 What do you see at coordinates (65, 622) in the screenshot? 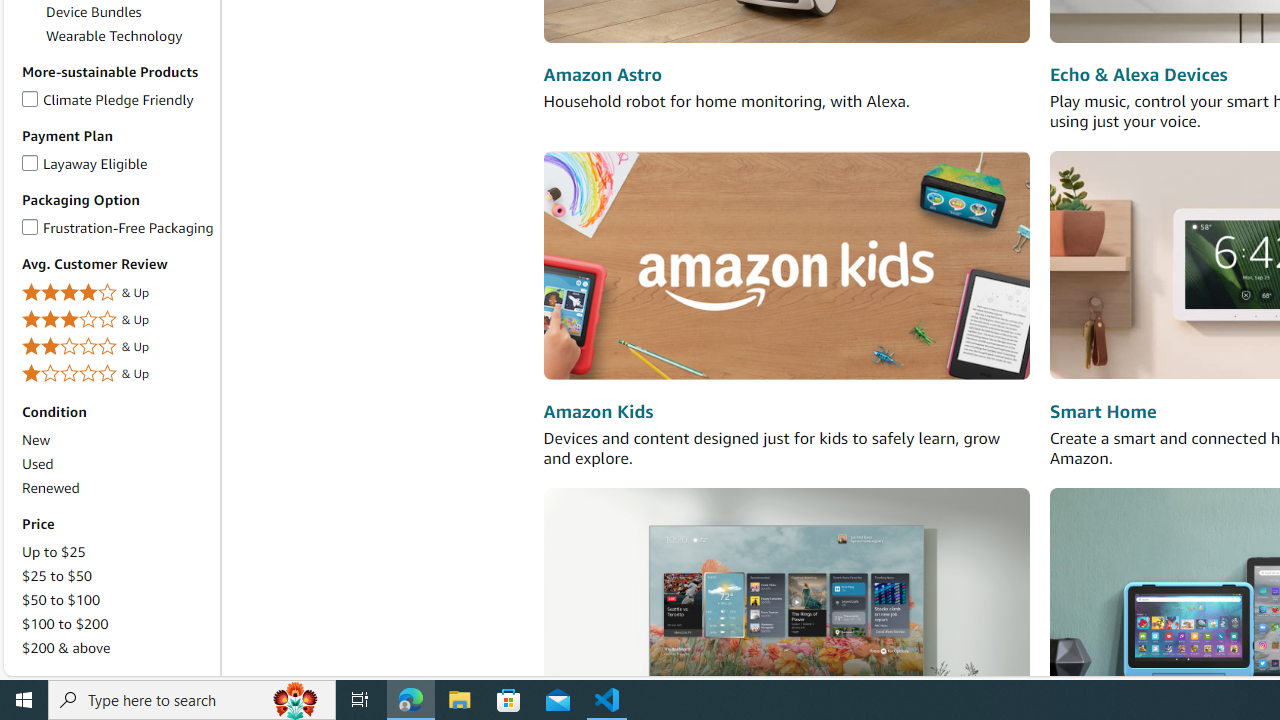
I see `'$100 to $200'` at bounding box center [65, 622].